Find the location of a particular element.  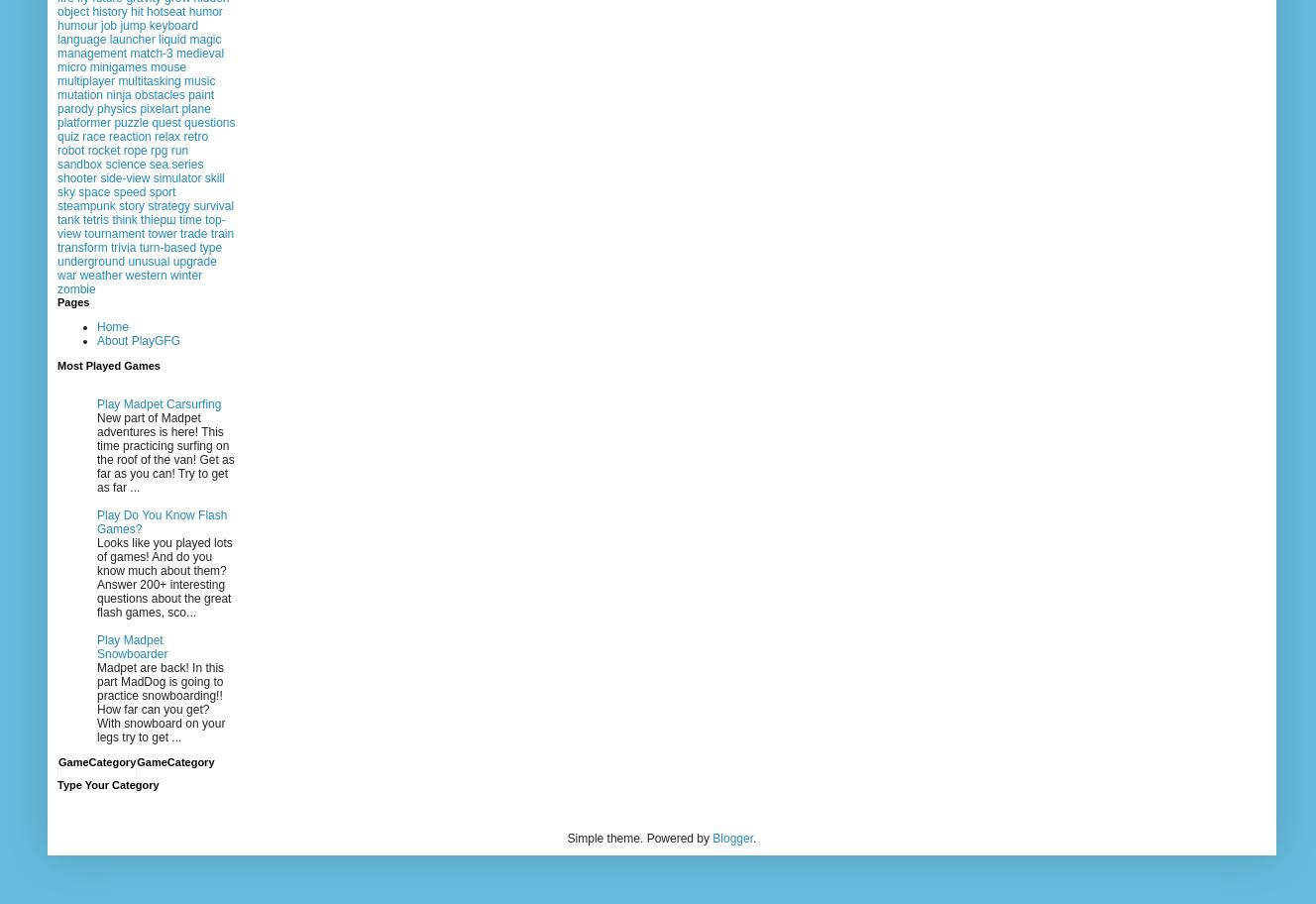

'rpg' is located at coordinates (158, 151).